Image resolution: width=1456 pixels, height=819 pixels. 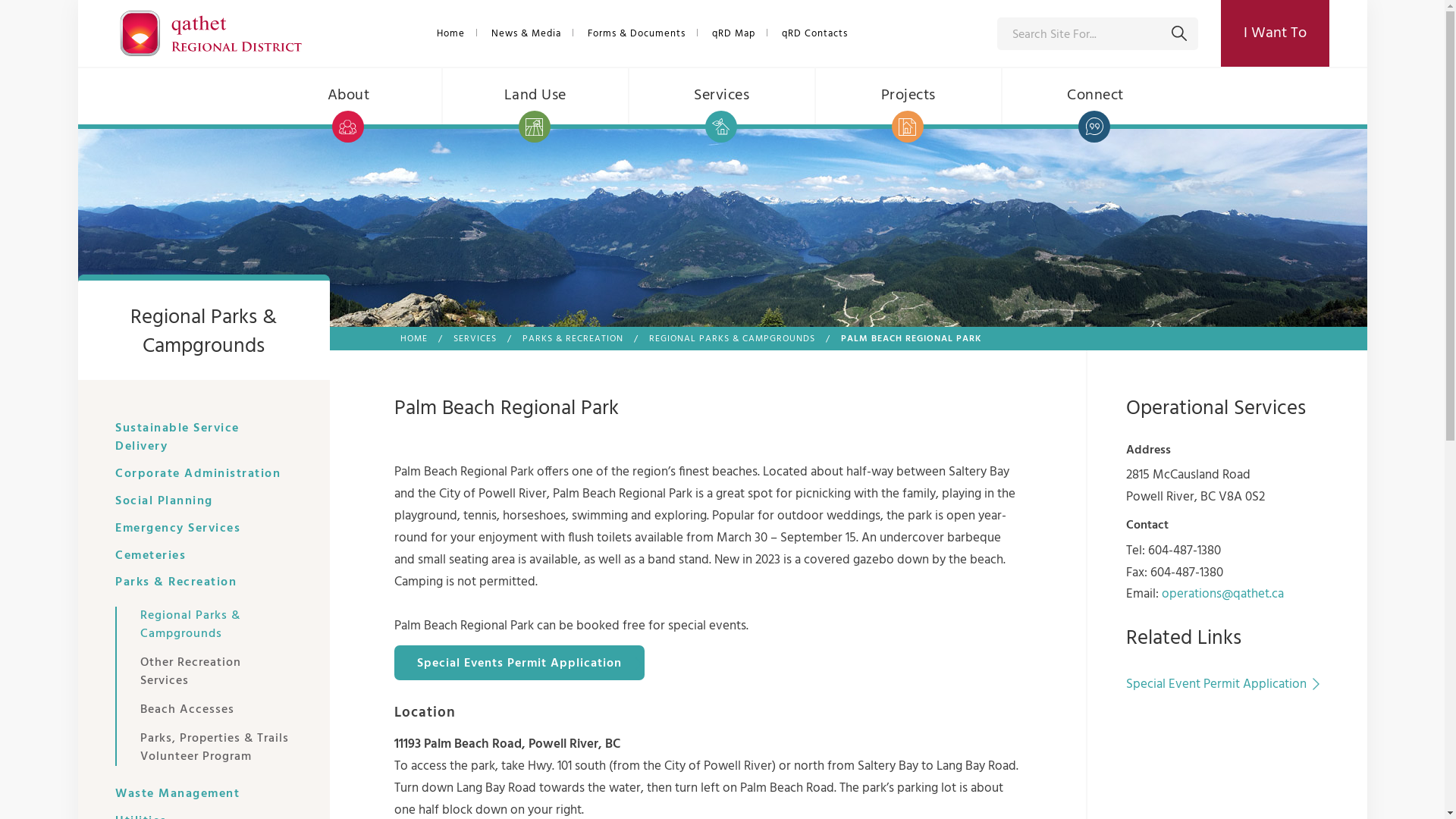 I want to click on 'Social Planning', so click(x=115, y=500).